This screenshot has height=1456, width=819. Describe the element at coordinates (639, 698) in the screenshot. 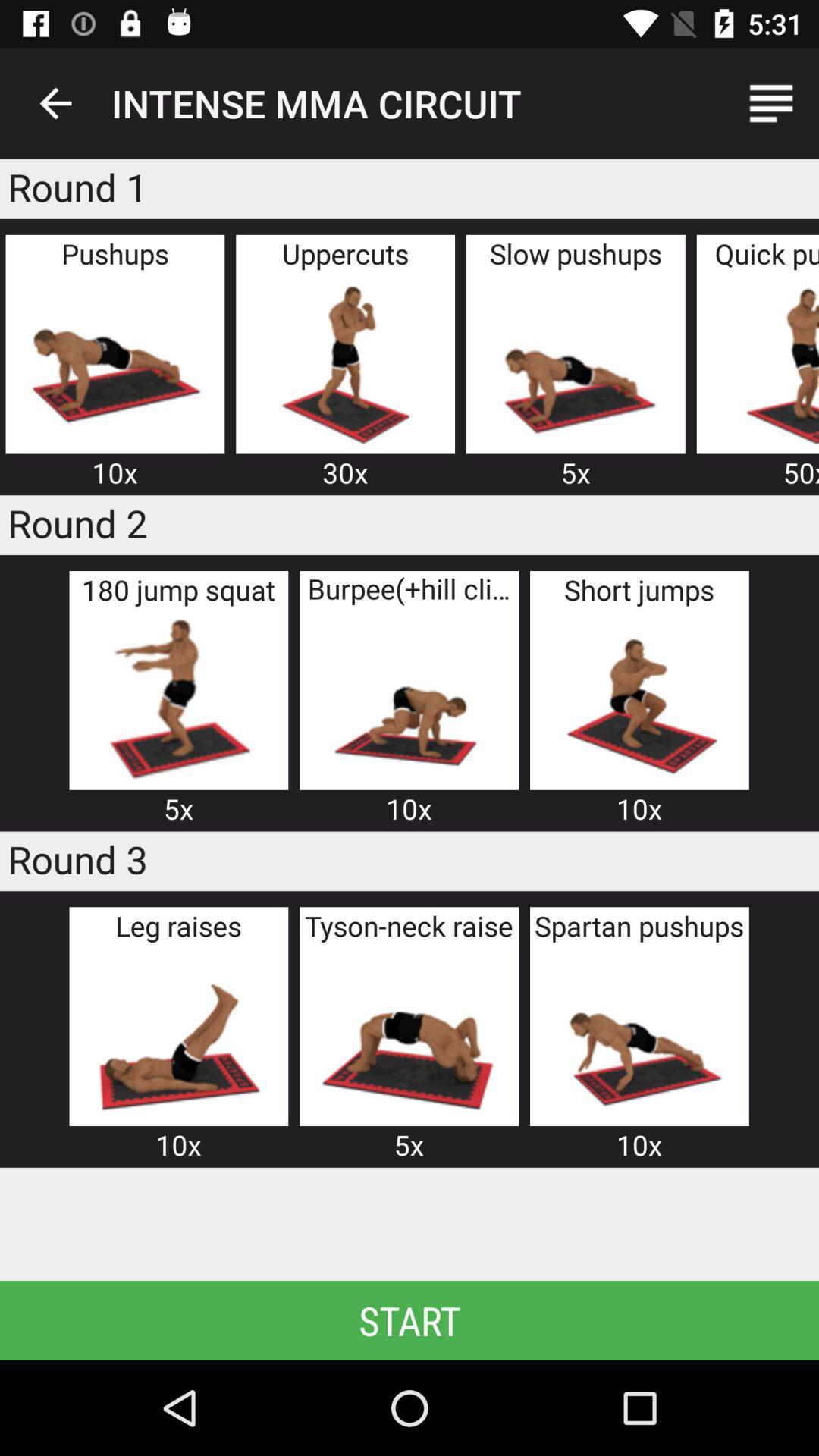

I see `short jumps` at that location.